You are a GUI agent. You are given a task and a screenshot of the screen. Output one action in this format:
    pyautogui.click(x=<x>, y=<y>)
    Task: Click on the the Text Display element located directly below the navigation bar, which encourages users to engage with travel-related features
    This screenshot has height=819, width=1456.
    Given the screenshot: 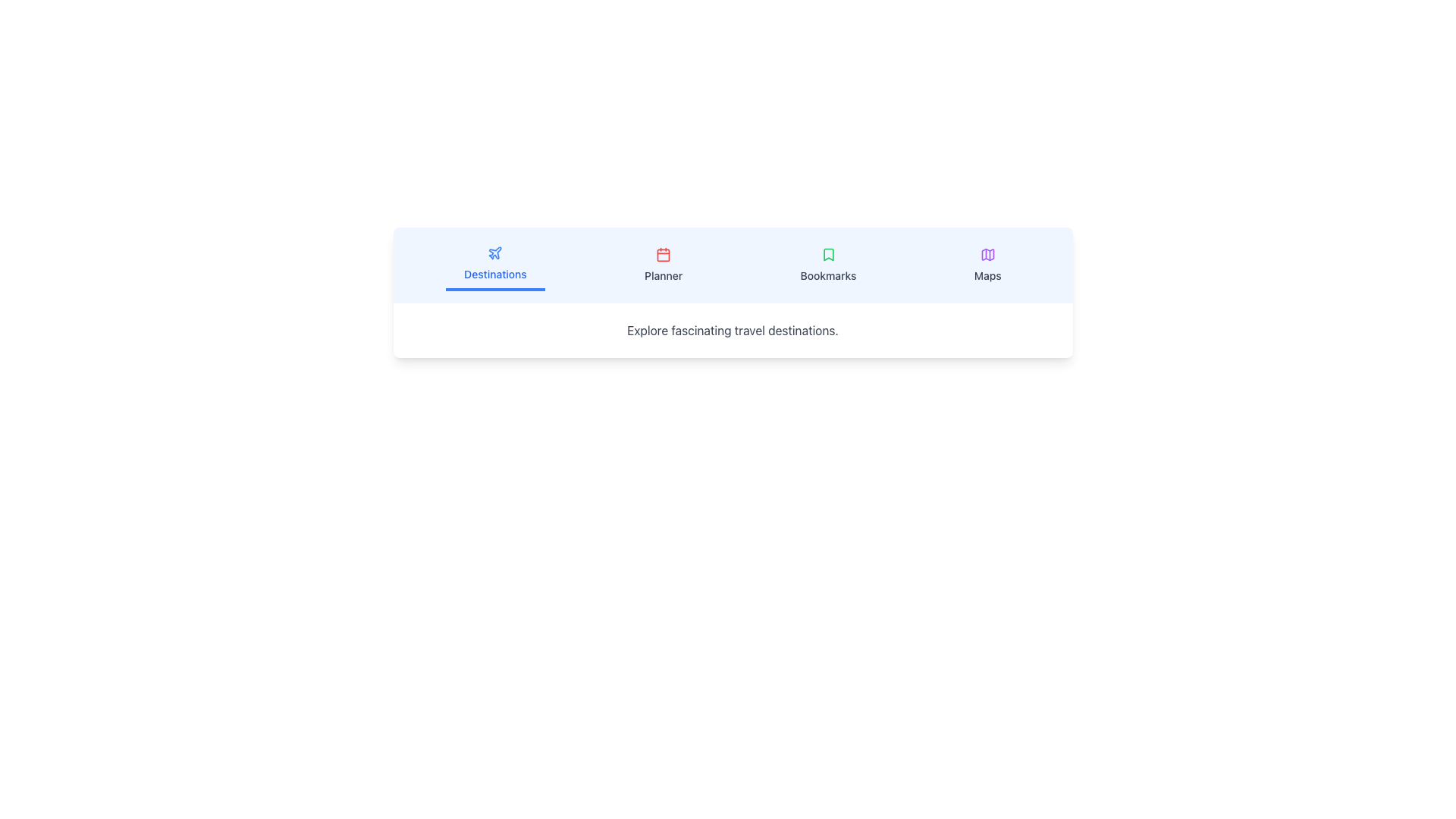 What is the action you would take?
    pyautogui.click(x=733, y=329)
    